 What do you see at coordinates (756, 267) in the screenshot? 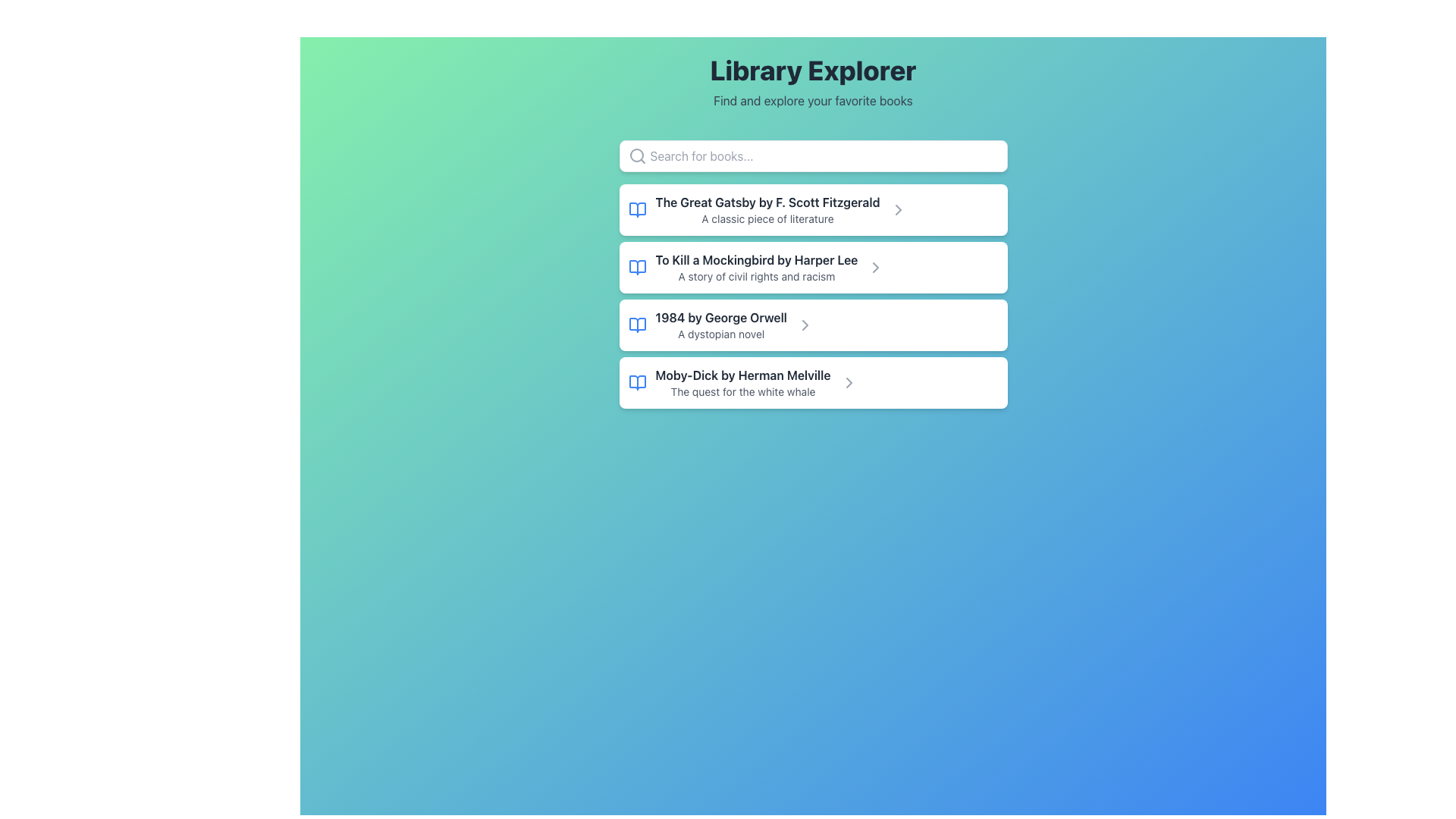
I see `text content of the second item in the book list, which displays the title and subtitle of a book, positioned between 'The Great Gatsby' and '1984'` at bounding box center [756, 267].